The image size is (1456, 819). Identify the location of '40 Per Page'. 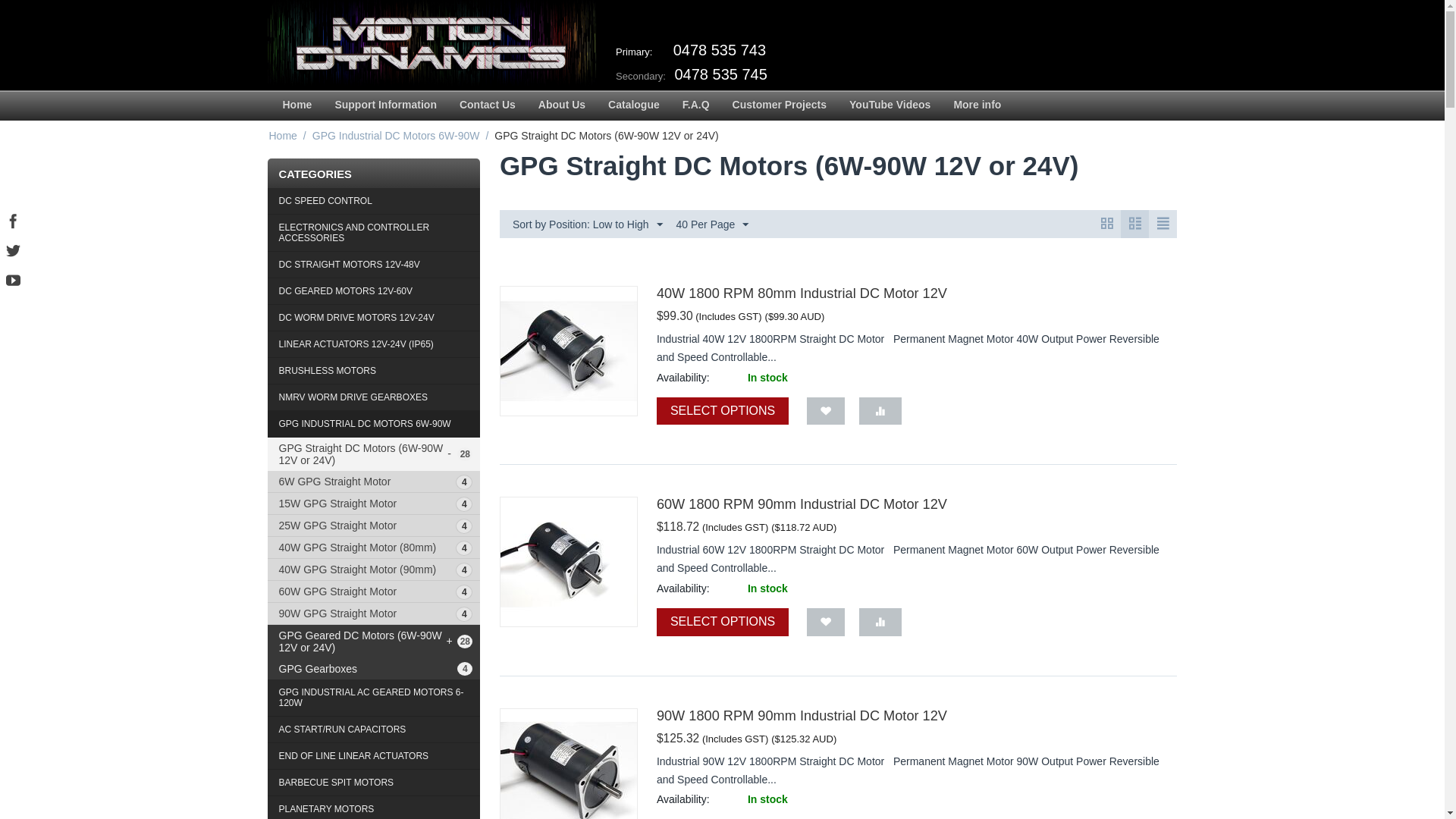
(670, 223).